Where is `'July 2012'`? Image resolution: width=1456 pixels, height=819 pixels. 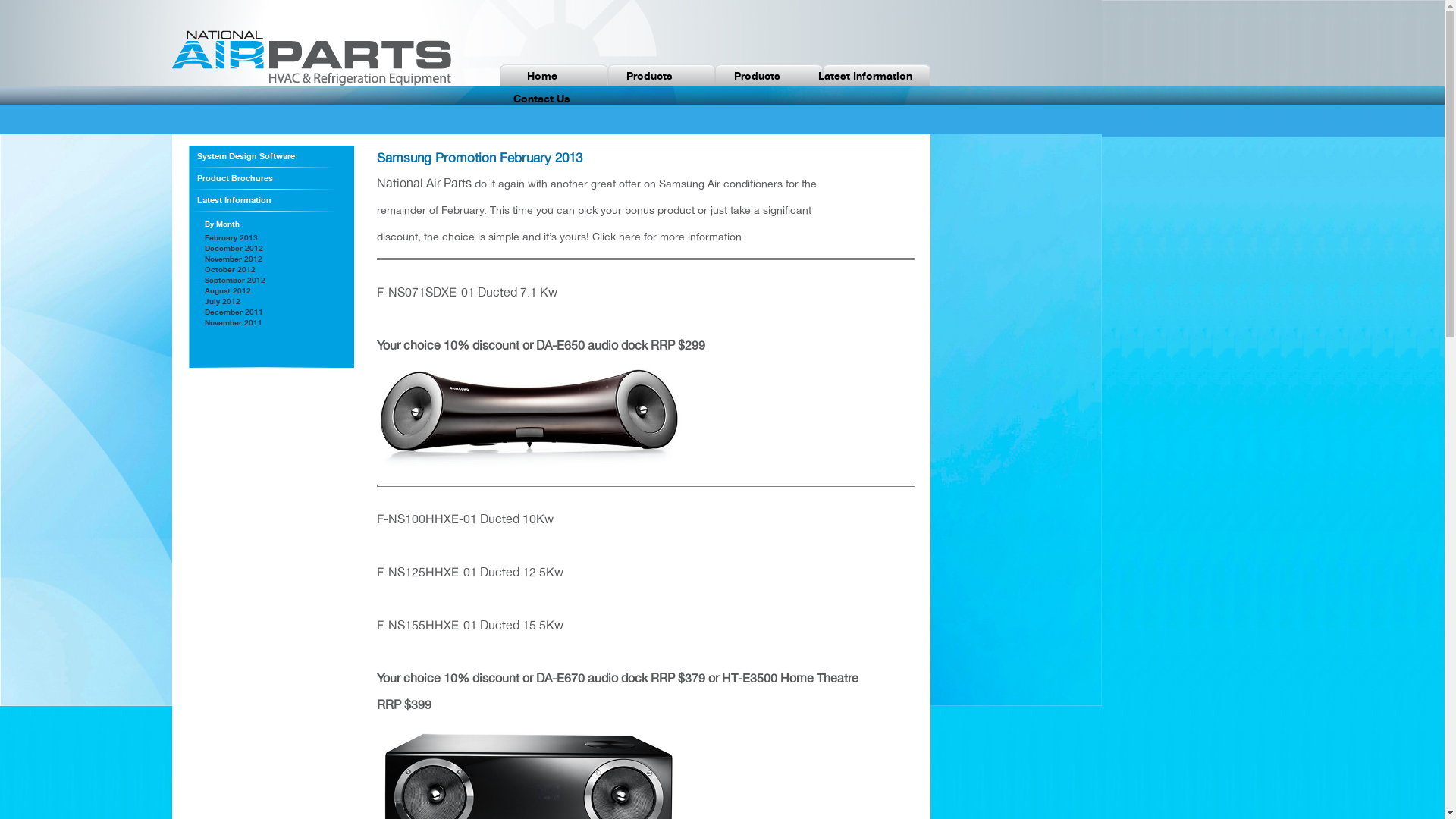 'July 2012' is located at coordinates (221, 301).